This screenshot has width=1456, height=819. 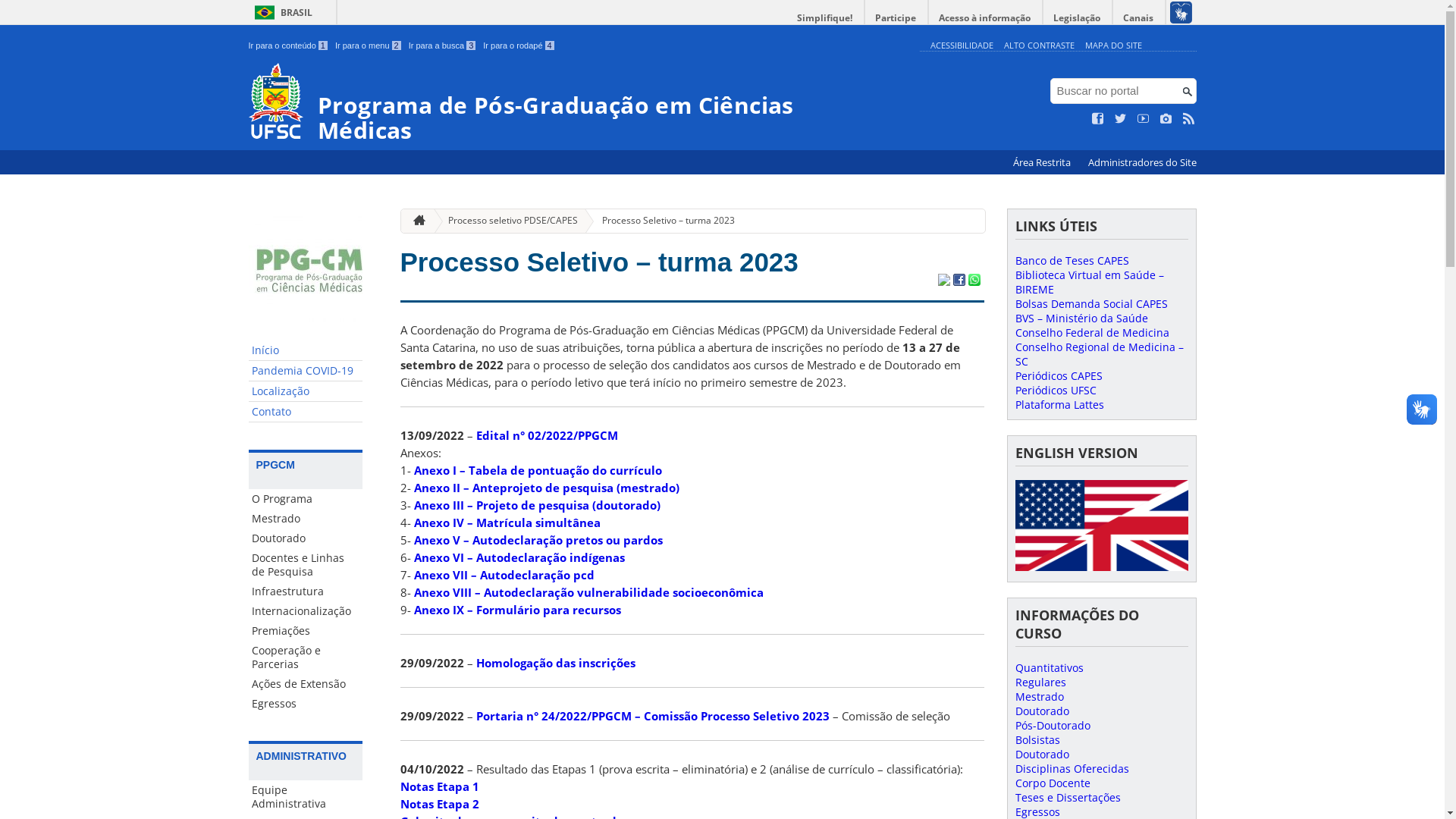 I want to click on 'Conselho Federal de Medicina', so click(x=1090, y=331).